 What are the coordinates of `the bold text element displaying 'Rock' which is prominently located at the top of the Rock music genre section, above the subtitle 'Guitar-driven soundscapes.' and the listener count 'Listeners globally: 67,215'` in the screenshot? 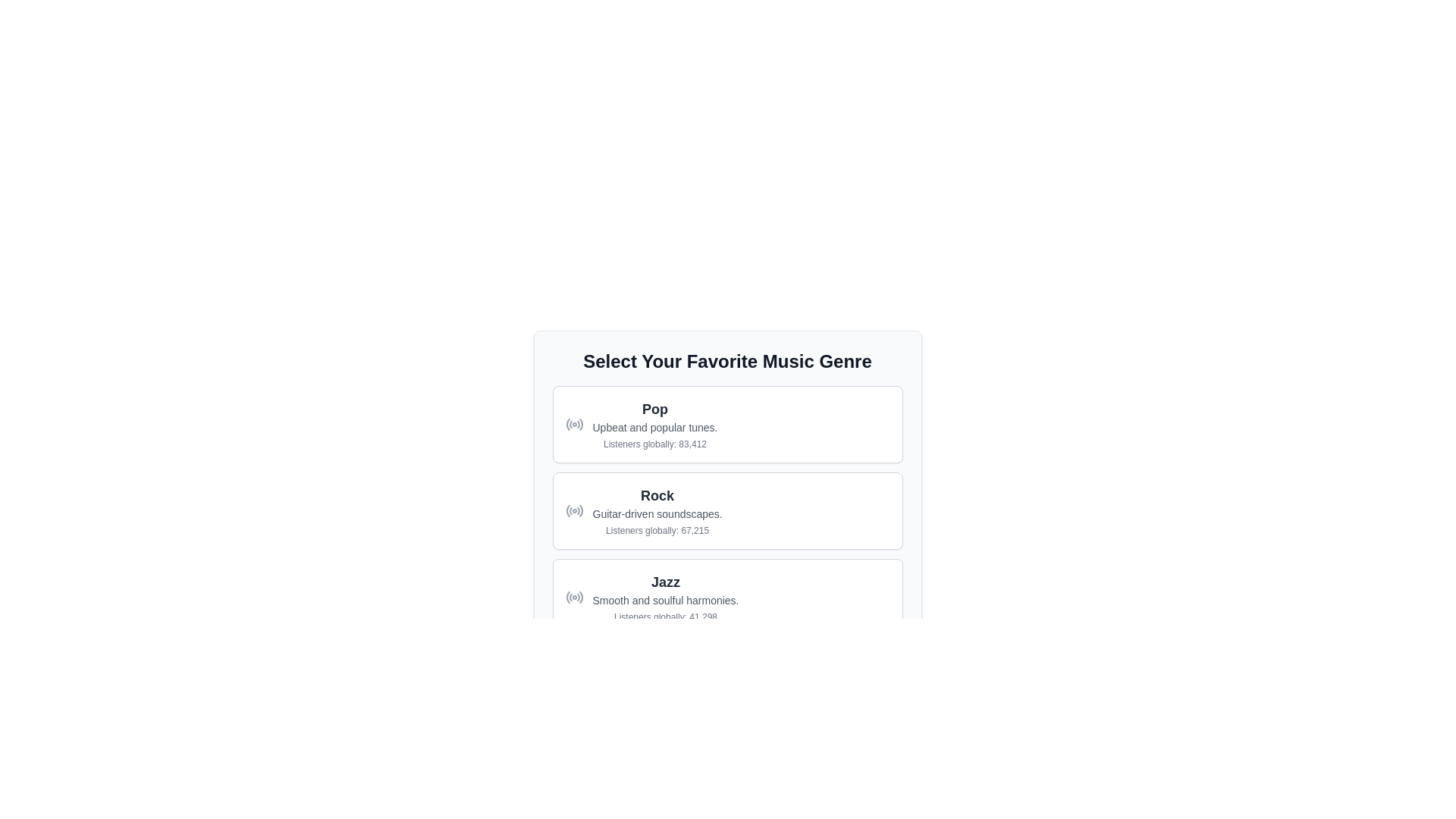 It's located at (657, 496).